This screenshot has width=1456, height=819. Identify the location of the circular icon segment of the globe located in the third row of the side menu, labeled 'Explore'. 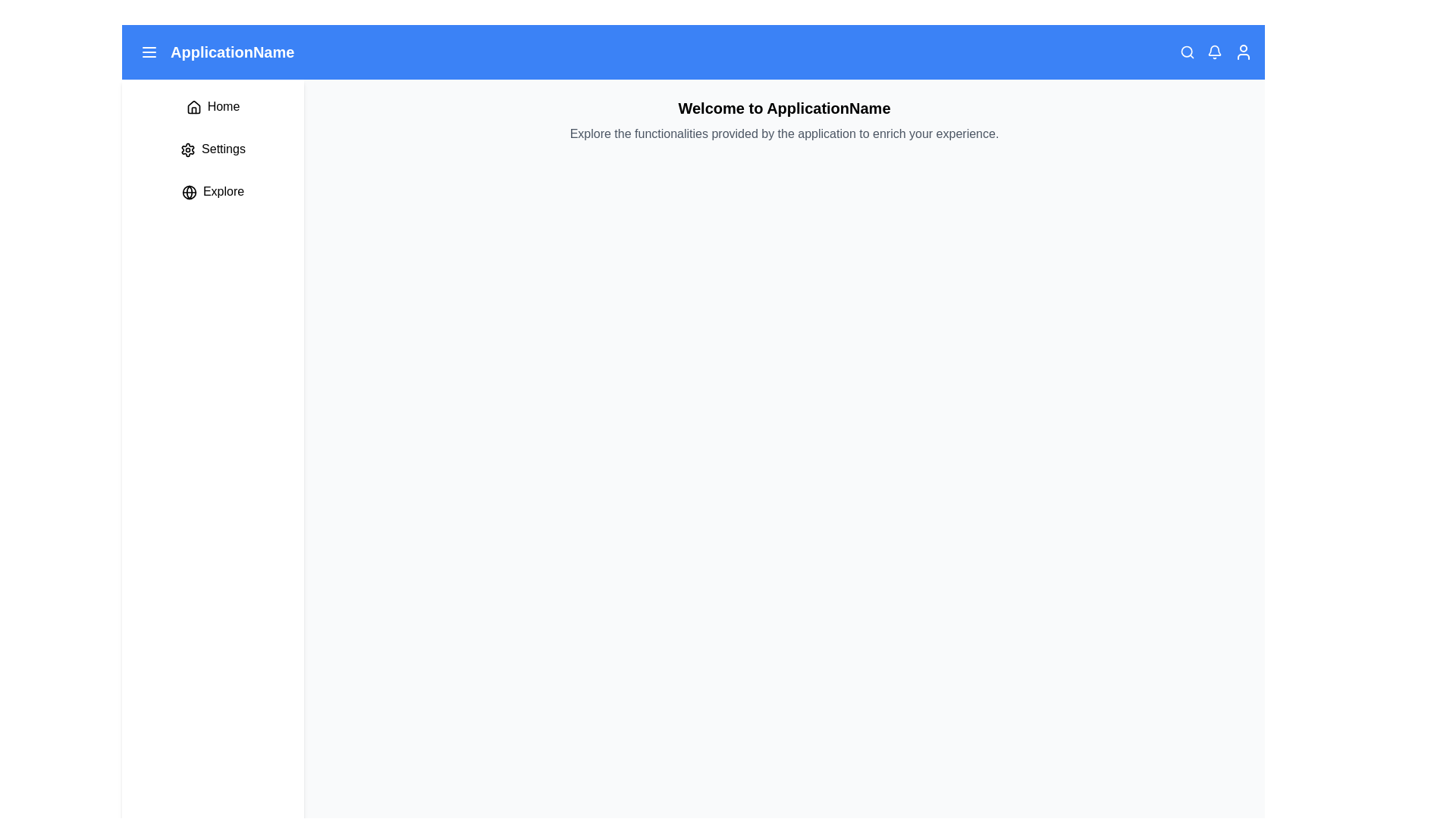
(188, 191).